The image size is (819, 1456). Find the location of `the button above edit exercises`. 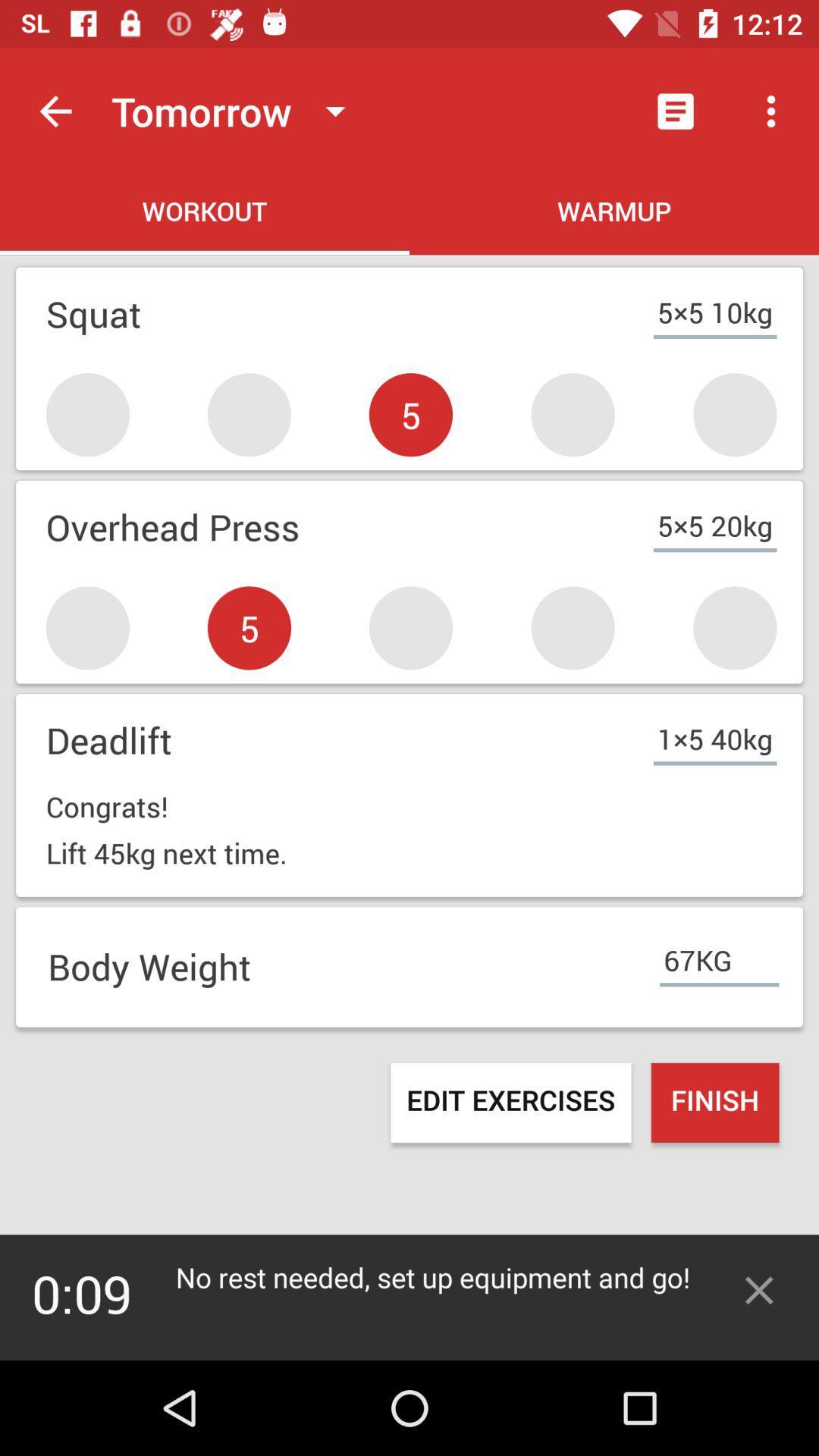

the button above edit exercises is located at coordinates (409, 966).